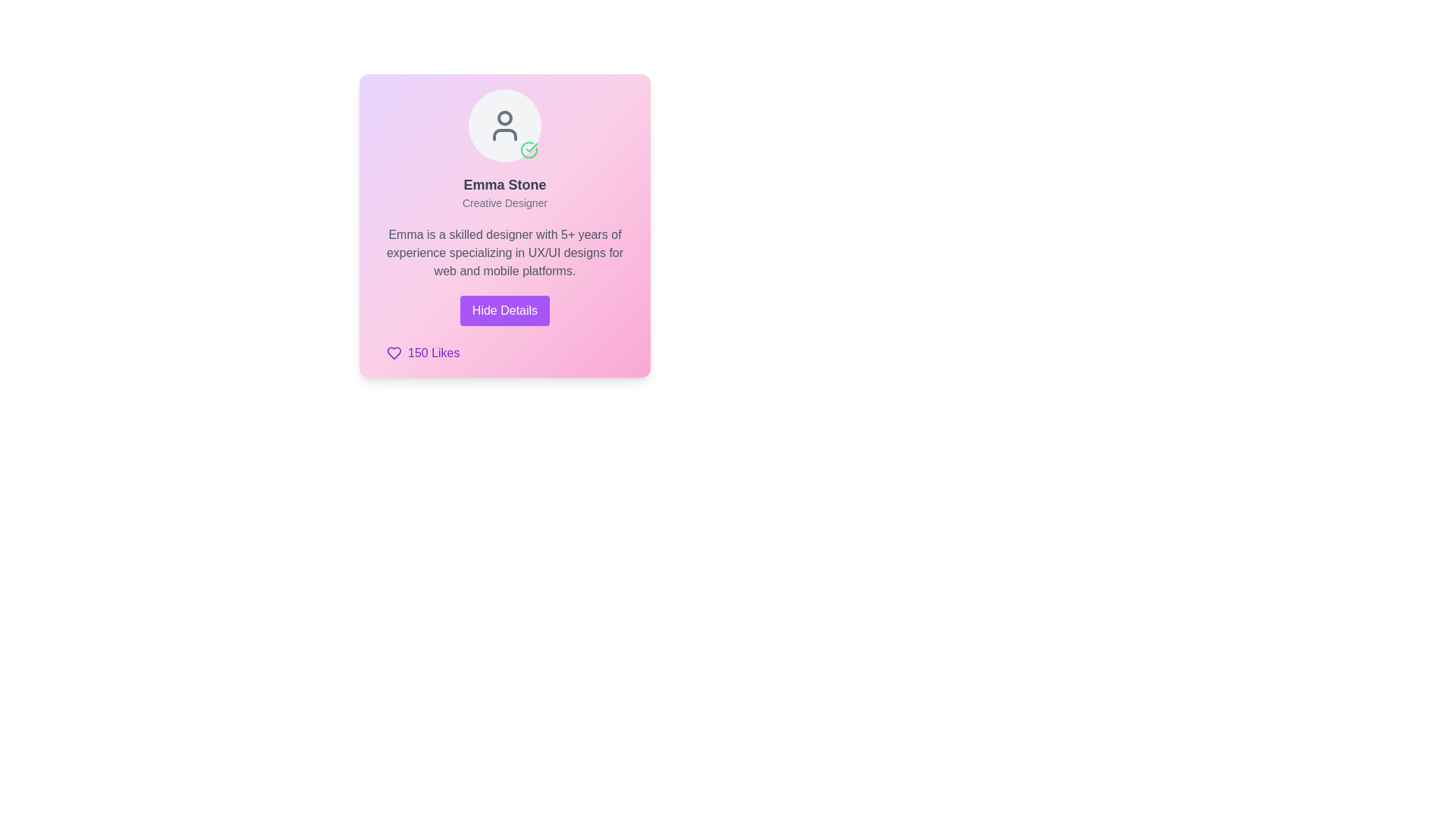 The height and width of the screenshot is (819, 1456). I want to click on the checkmark graphic vector icon located in the top-right corner of the profile picture area, which signifies a 'verified' status, so click(532, 148).